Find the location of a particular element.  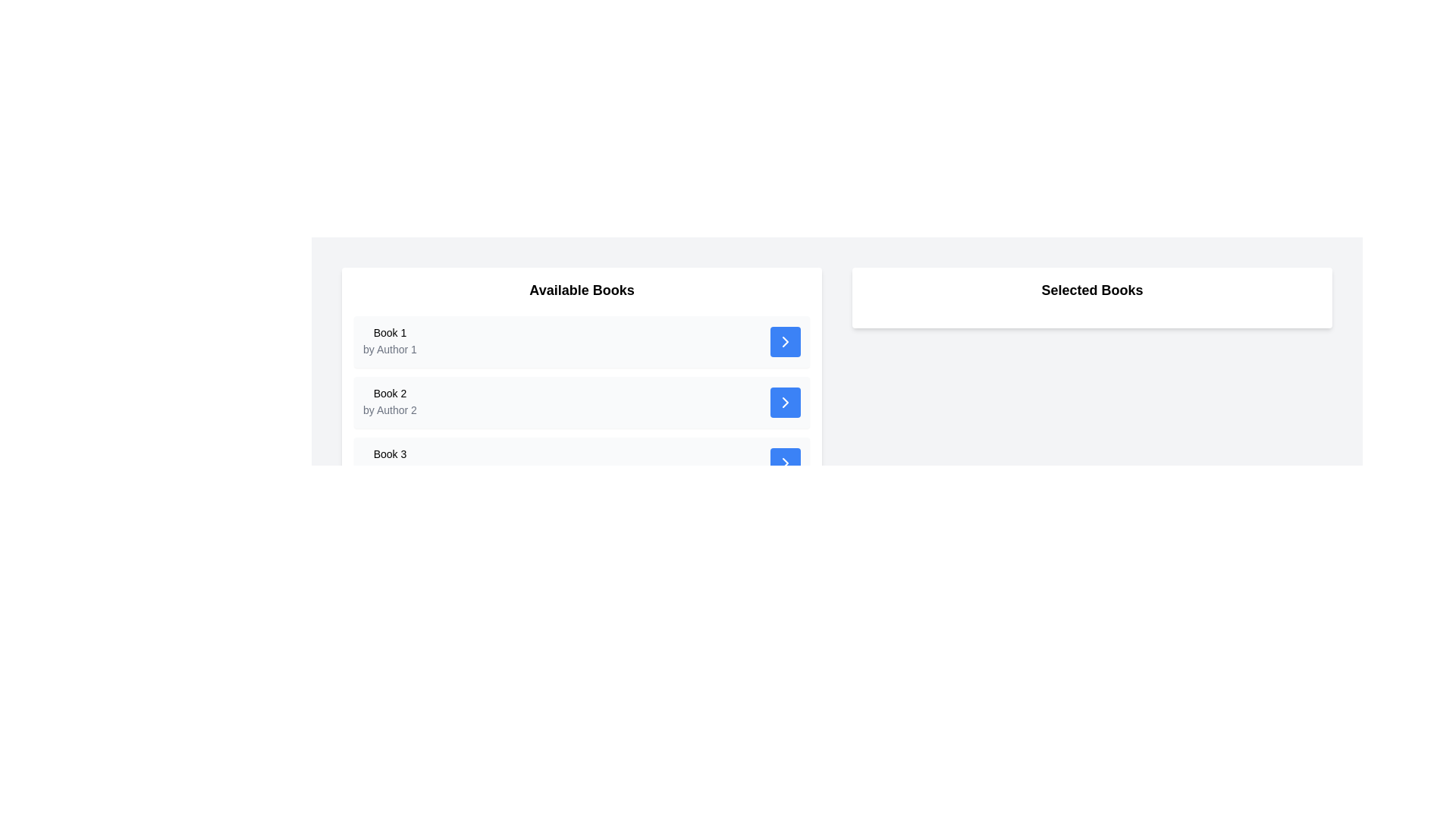

the text label displaying 'by Author 1', which is styled in gray color and located underneath the 'Book 1' title in the 'Available Books' section is located at coordinates (390, 350).